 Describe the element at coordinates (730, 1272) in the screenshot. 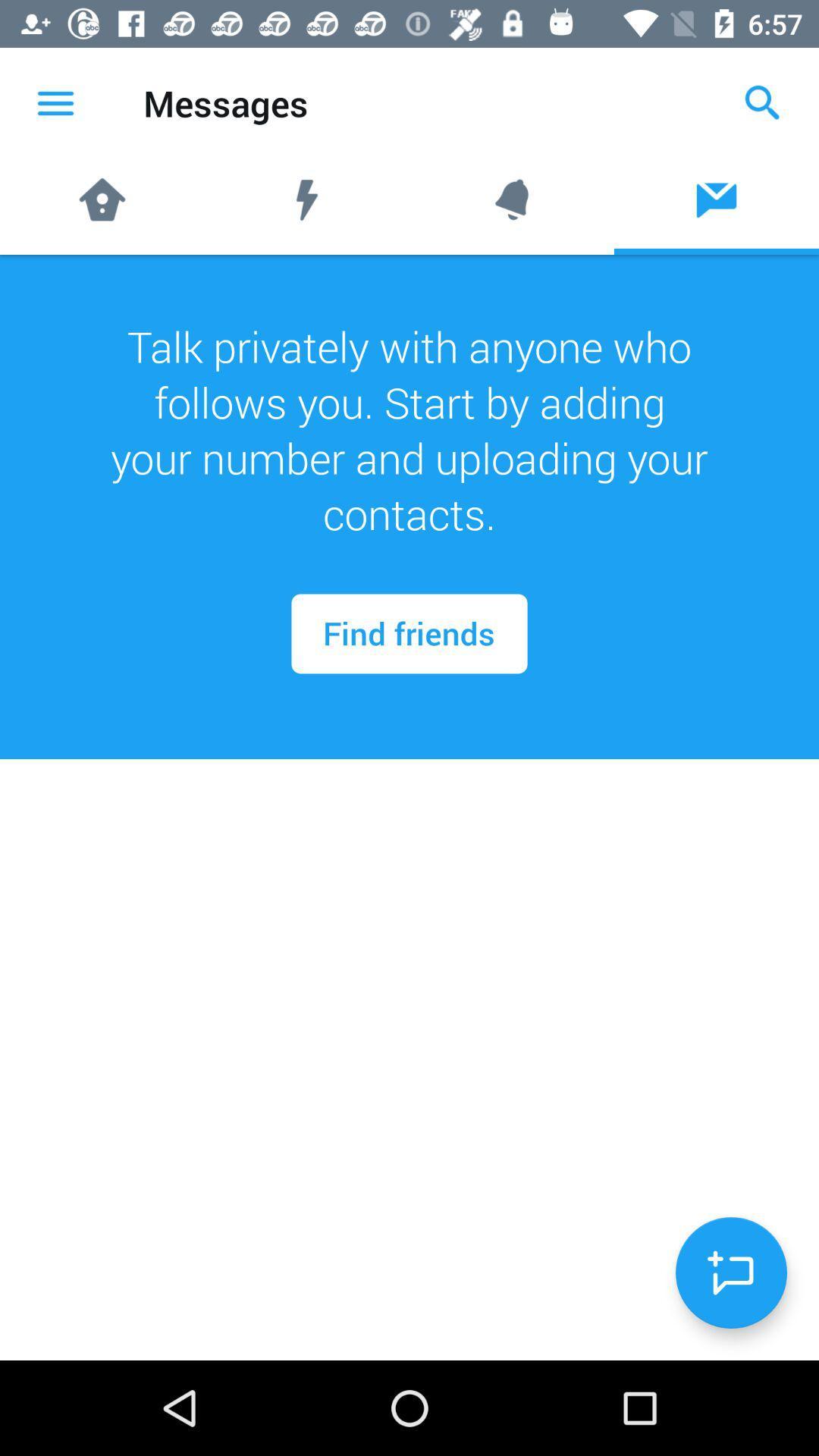

I see `the chat icon` at that location.